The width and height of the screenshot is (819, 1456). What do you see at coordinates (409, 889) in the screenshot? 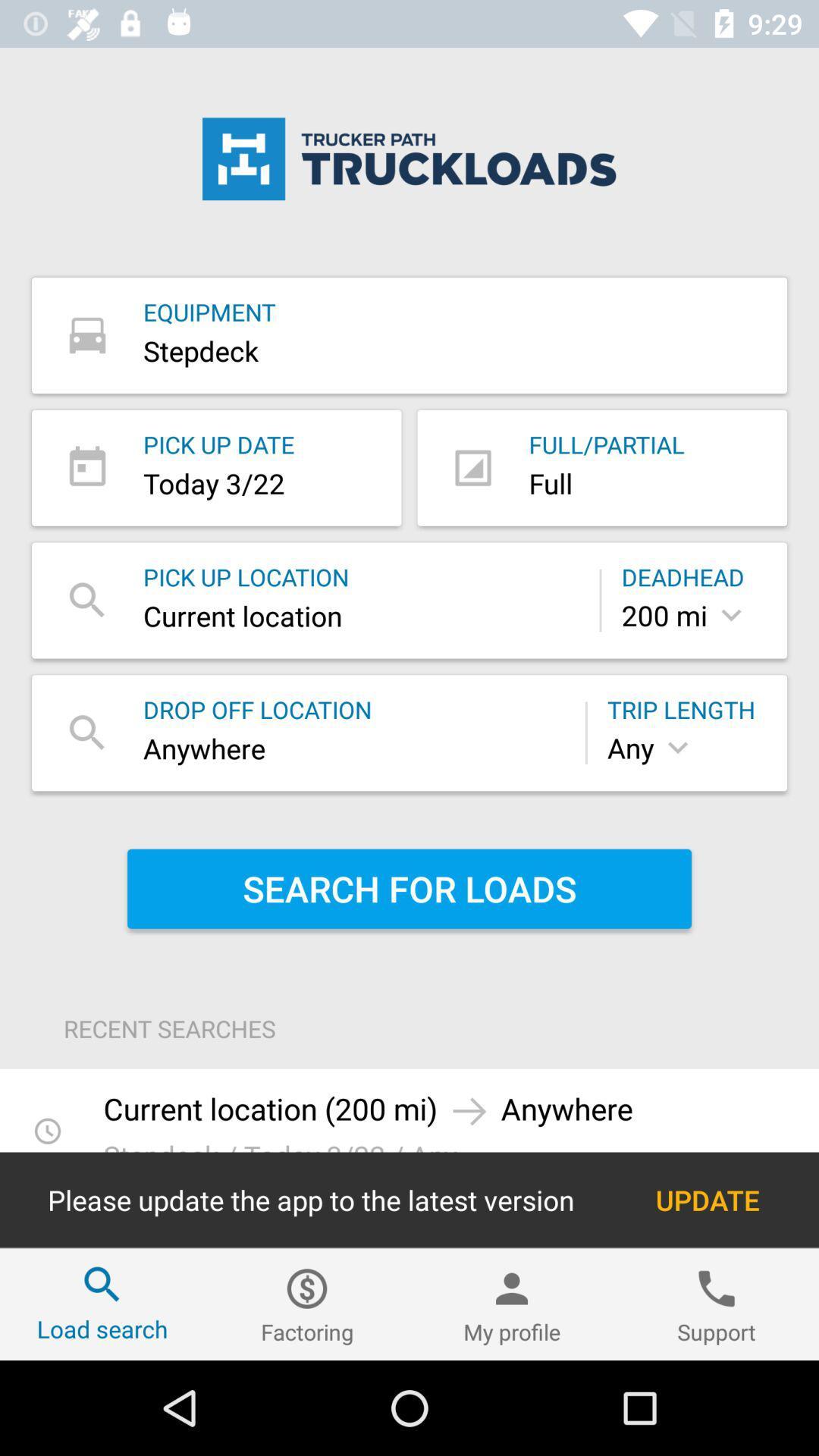
I see `the item at the center` at bounding box center [409, 889].